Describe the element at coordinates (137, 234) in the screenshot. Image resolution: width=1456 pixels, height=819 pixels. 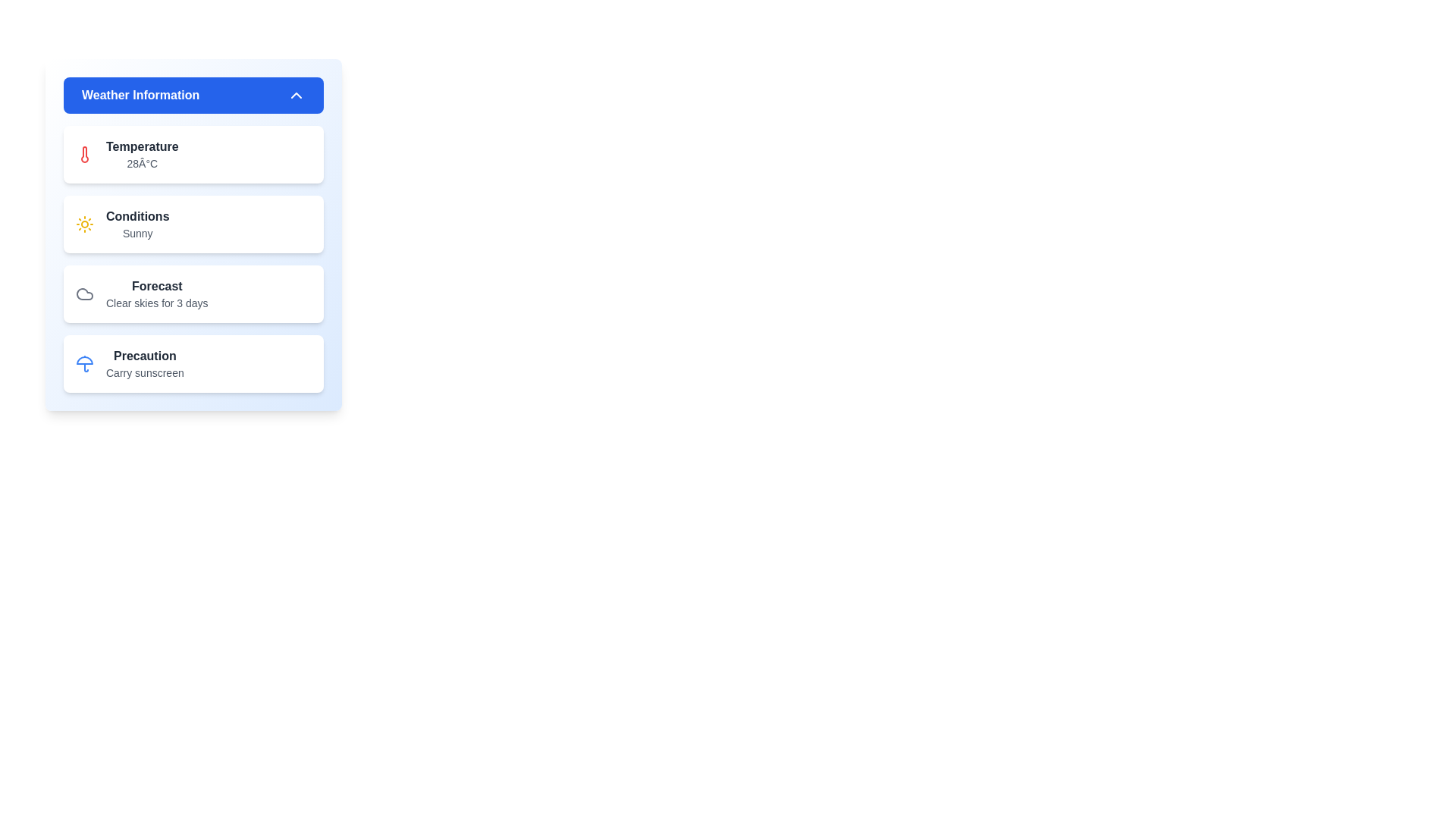
I see `the Text label that indicates the current weather condition, which states it is sunny, located in the 'Conditions' field of the Weather Information panel below the 'Conditions' label` at that location.